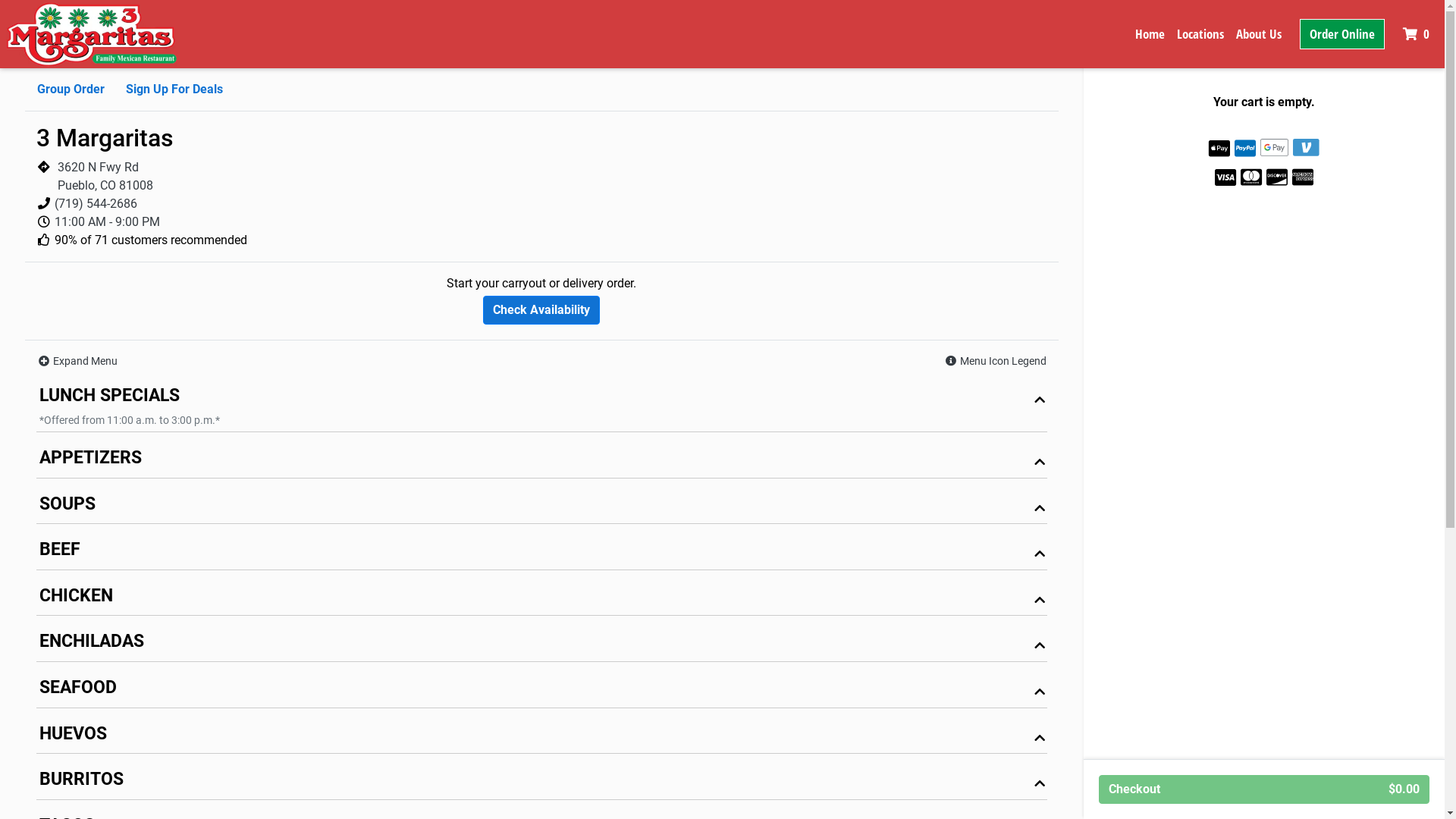  I want to click on 'Accepts Venmo', so click(1305, 147).